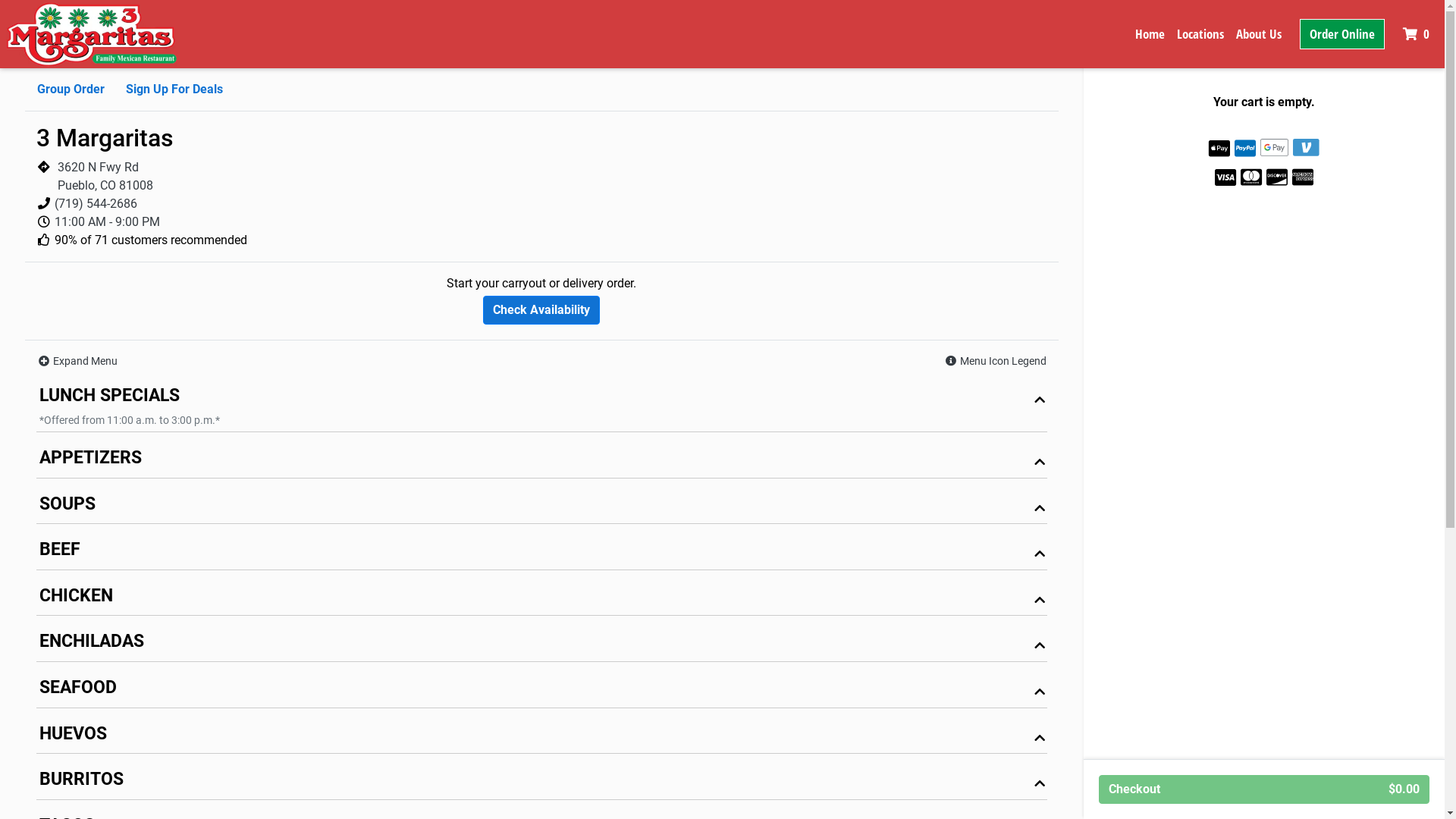  I want to click on 'Accepts Venmo', so click(1305, 147).